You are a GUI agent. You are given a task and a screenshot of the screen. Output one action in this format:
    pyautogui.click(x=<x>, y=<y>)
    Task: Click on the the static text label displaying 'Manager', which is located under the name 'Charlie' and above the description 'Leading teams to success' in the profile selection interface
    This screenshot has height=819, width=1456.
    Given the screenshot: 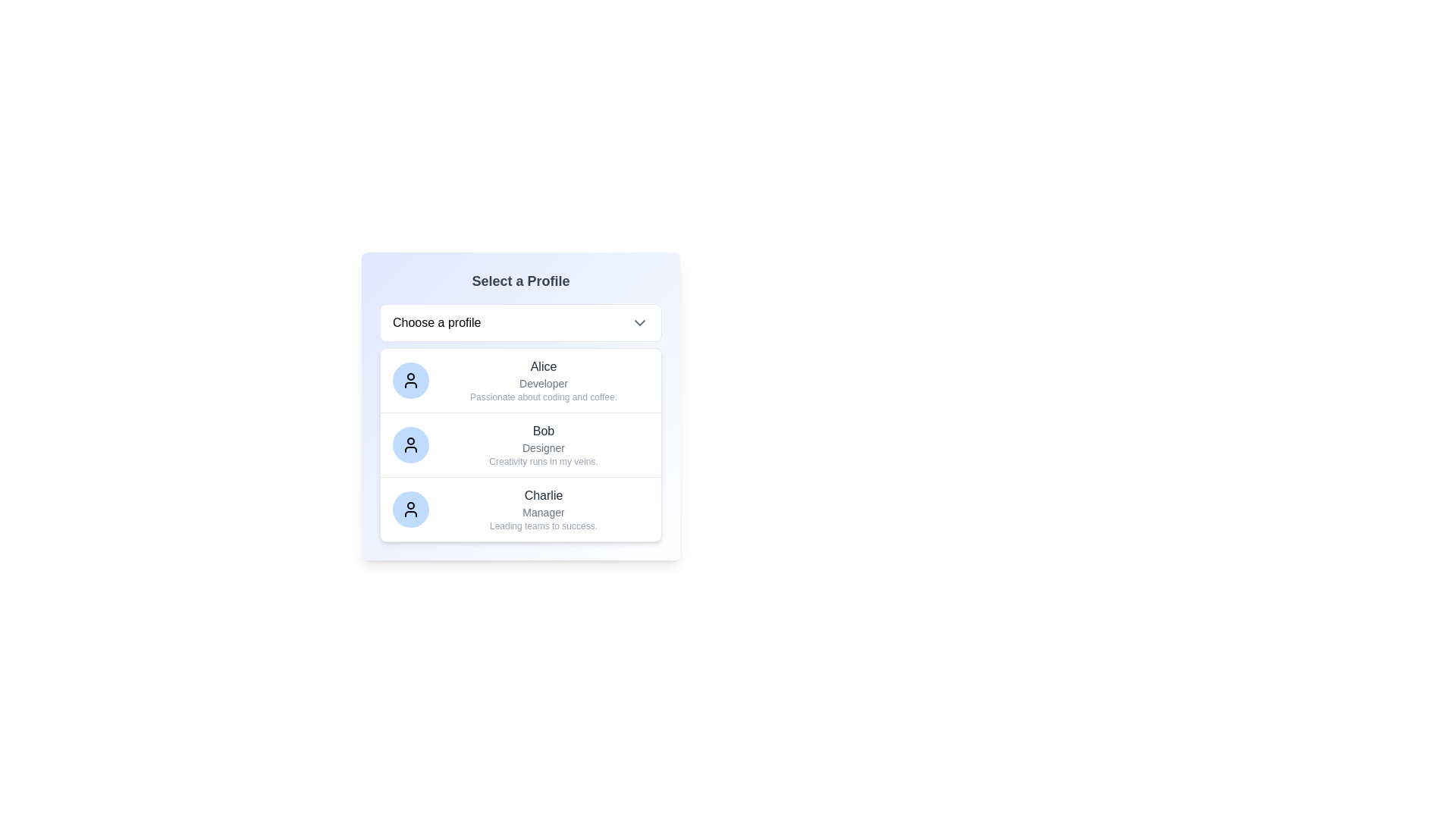 What is the action you would take?
    pyautogui.click(x=543, y=512)
    